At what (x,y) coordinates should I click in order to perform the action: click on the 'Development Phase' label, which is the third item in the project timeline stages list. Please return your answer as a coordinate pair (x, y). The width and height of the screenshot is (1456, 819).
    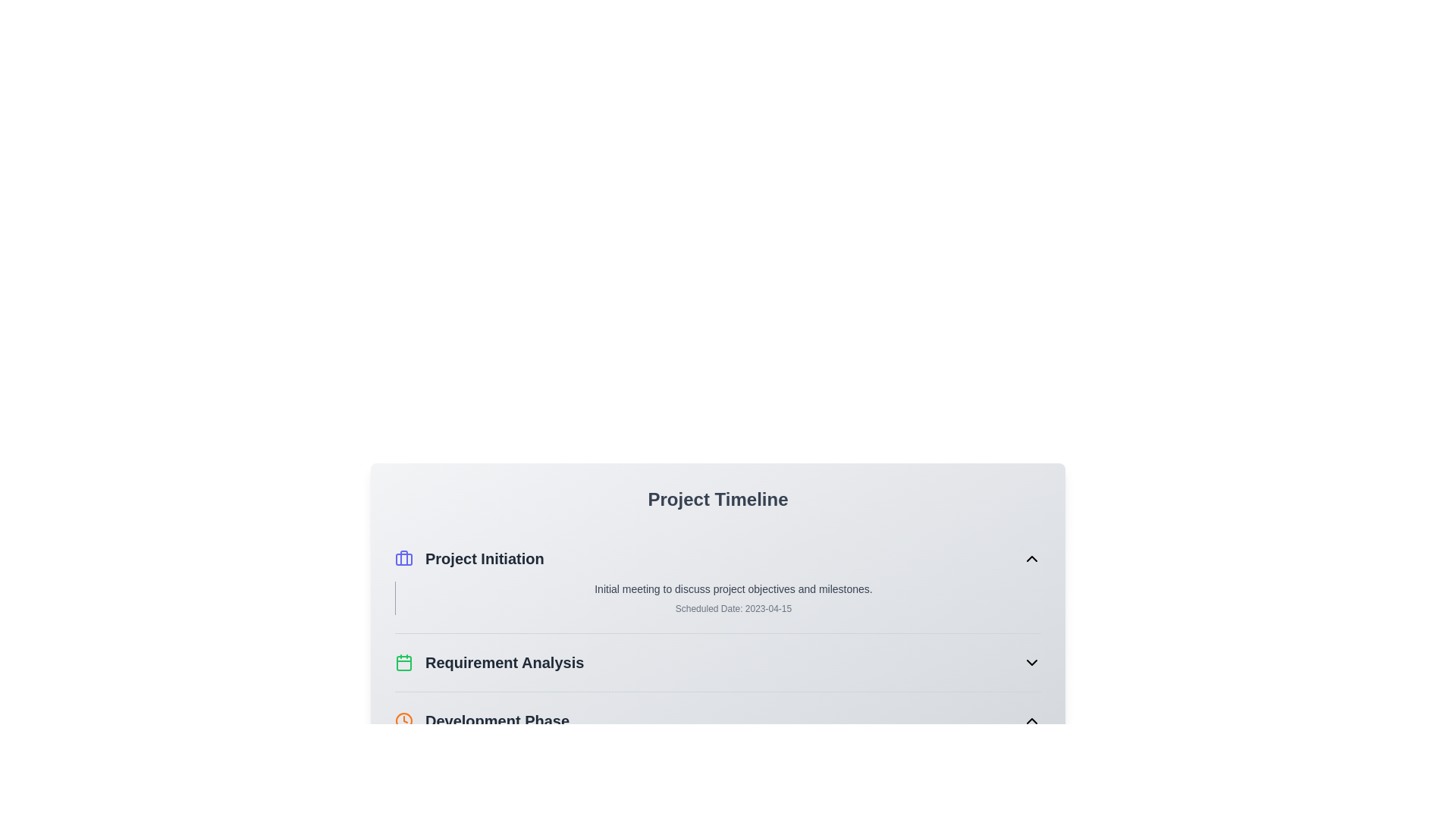
    Looking at the image, I should click on (482, 720).